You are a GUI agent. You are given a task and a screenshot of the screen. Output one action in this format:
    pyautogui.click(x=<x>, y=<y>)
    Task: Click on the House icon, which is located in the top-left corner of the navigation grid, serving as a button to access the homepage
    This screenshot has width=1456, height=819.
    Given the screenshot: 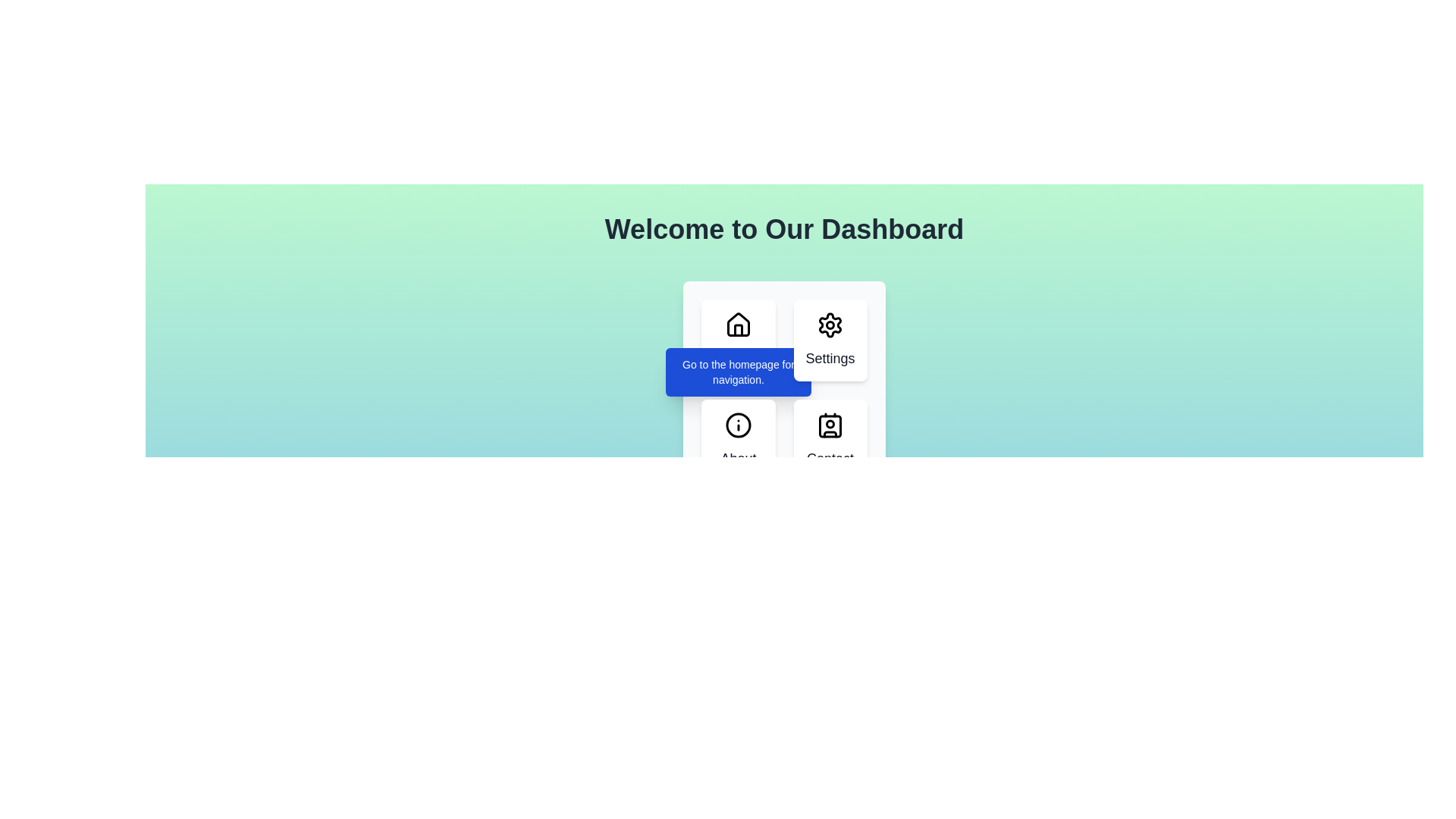 What is the action you would take?
    pyautogui.click(x=739, y=324)
    